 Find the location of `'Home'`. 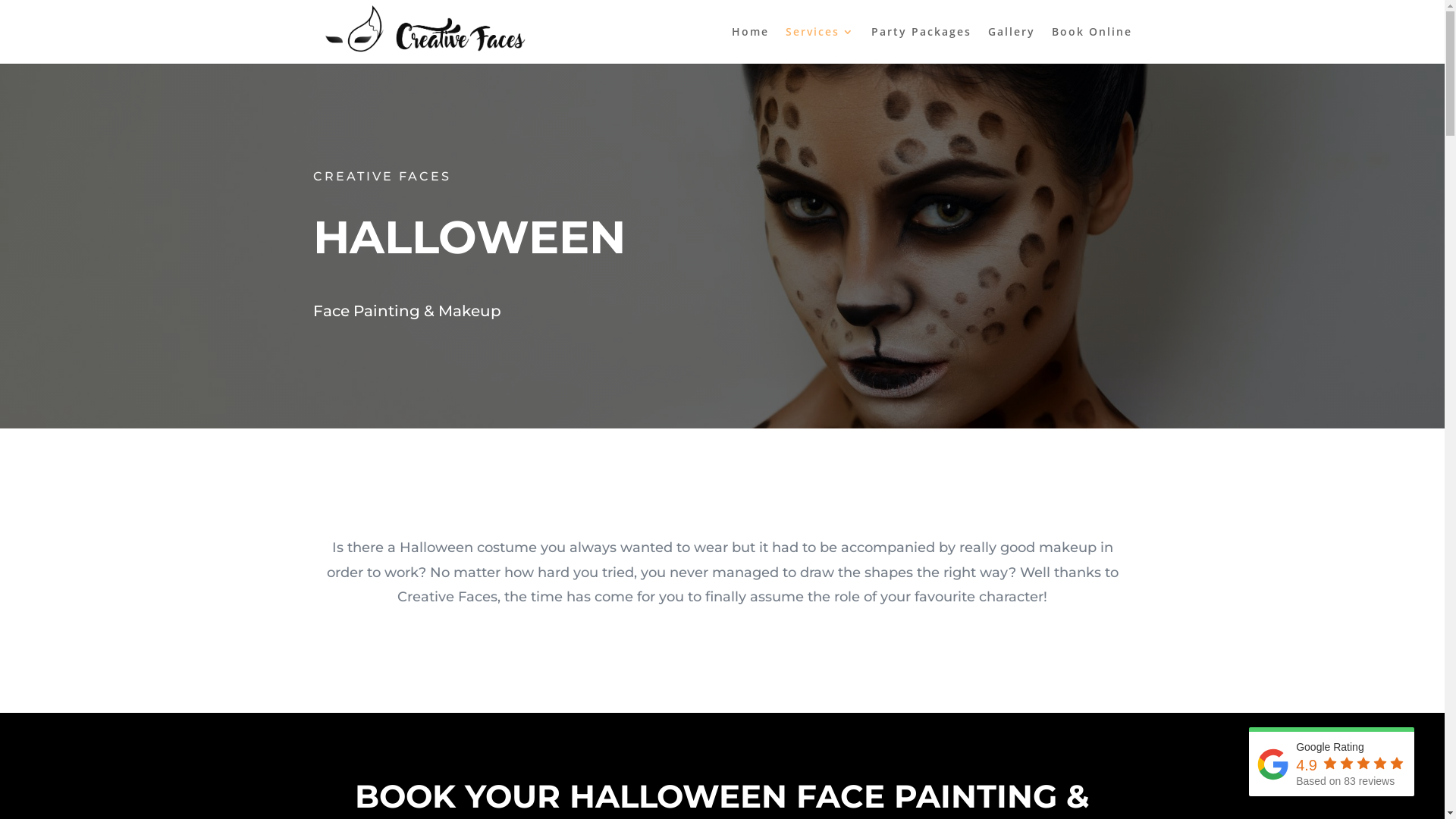

'Home' is located at coordinates (749, 44).